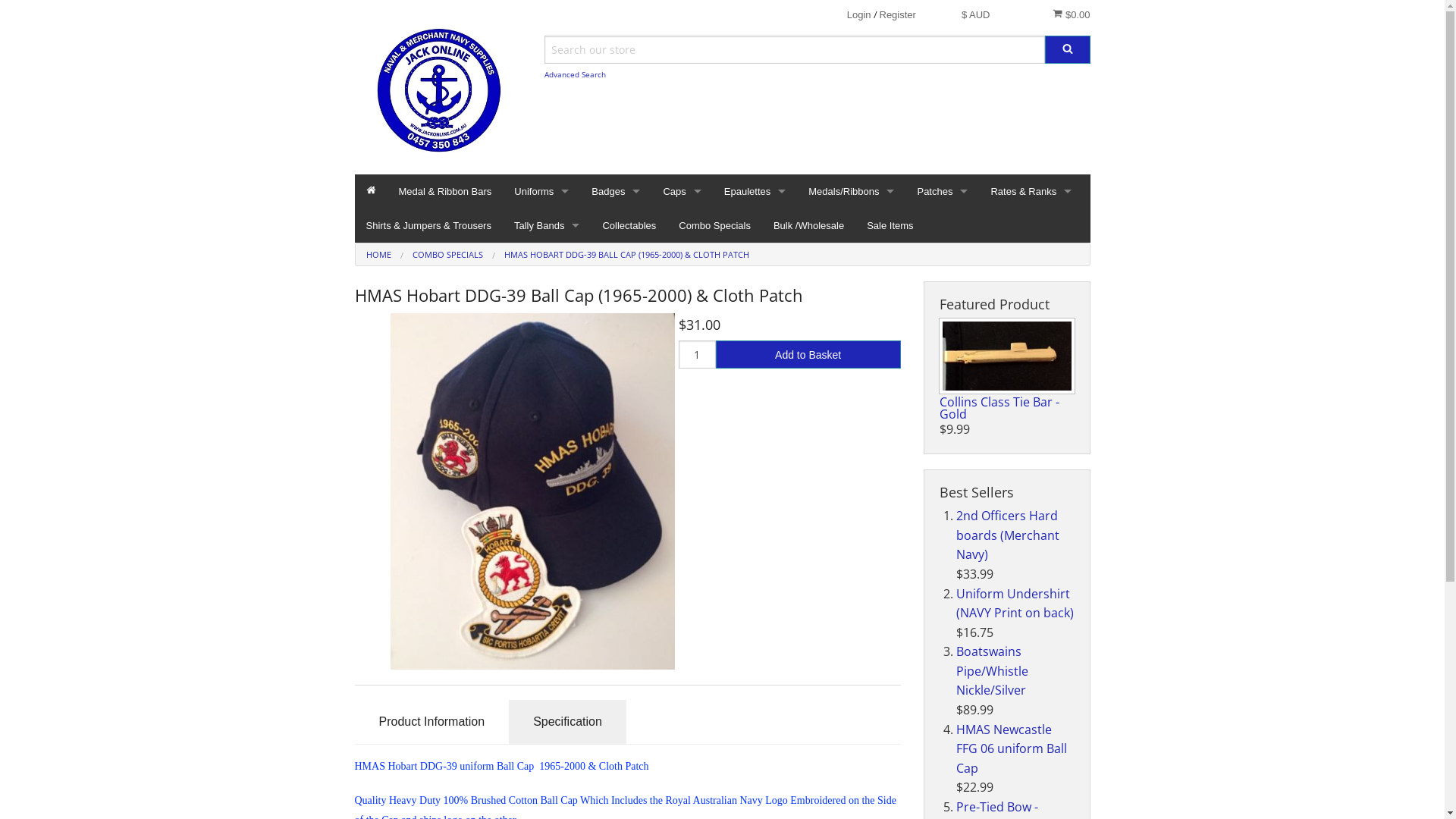 The image size is (1456, 819). Describe the element at coordinates (626, 253) in the screenshot. I see `'HMAS HOBART DDG-39 BALL CAP (1965-2000) & CLOTH PATCH'` at that location.